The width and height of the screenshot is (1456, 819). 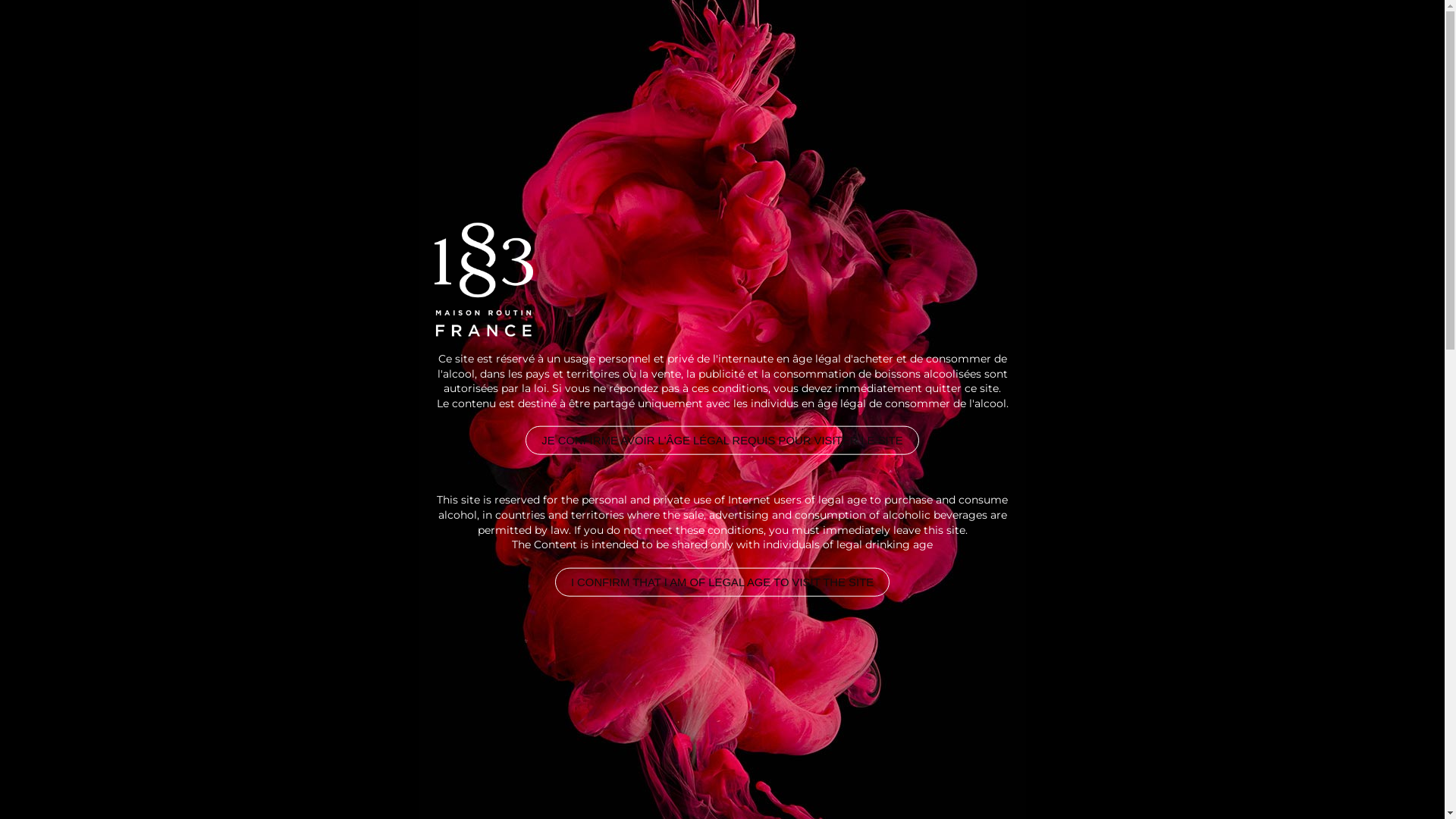 I want to click on 'COLLECTIONS', so click(x=818, y=61).